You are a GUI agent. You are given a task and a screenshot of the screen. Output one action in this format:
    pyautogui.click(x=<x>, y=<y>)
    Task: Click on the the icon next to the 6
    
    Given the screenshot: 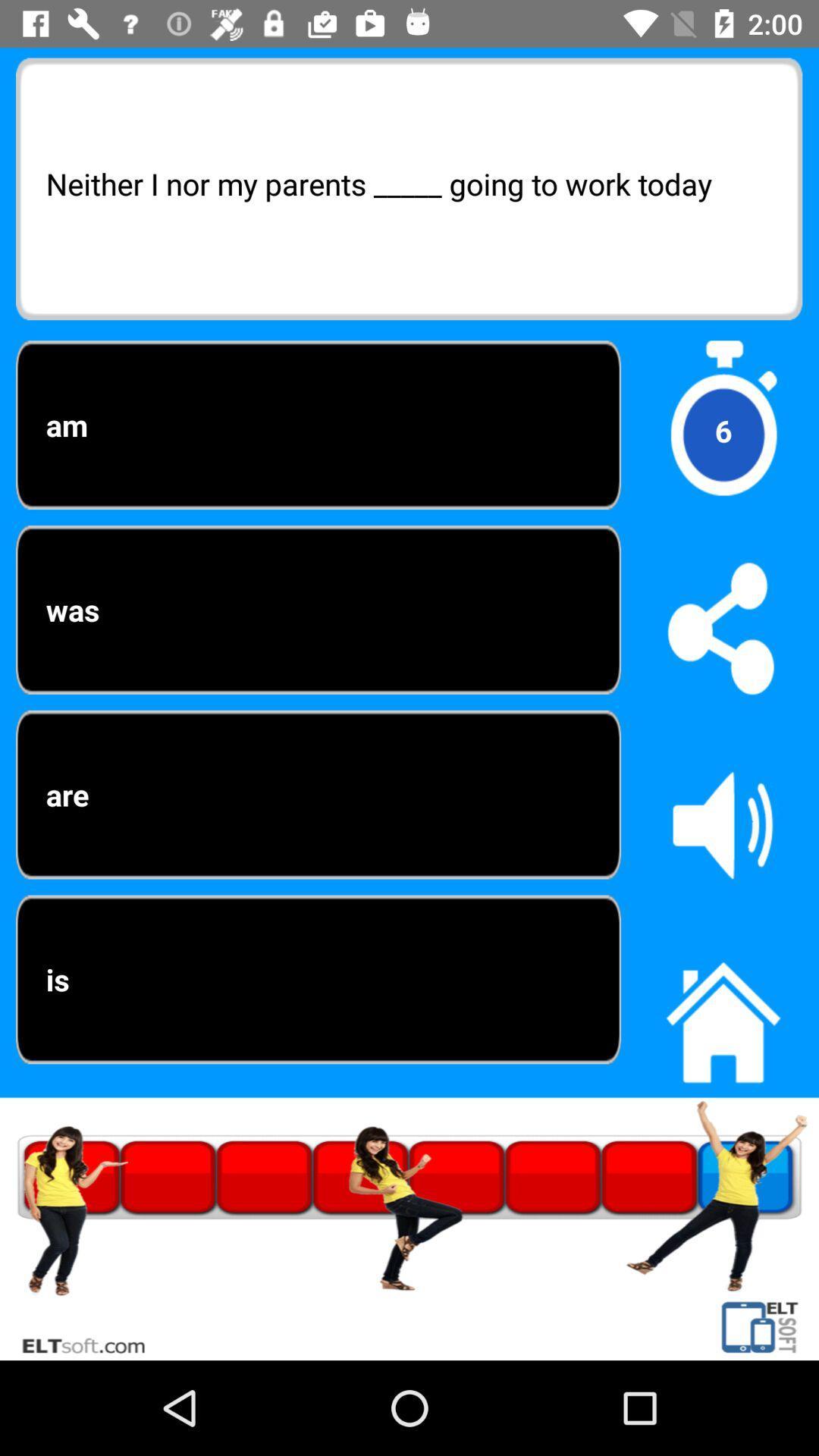 What is the action you would take?
    pyautogui.click(x=318, y=610)
    